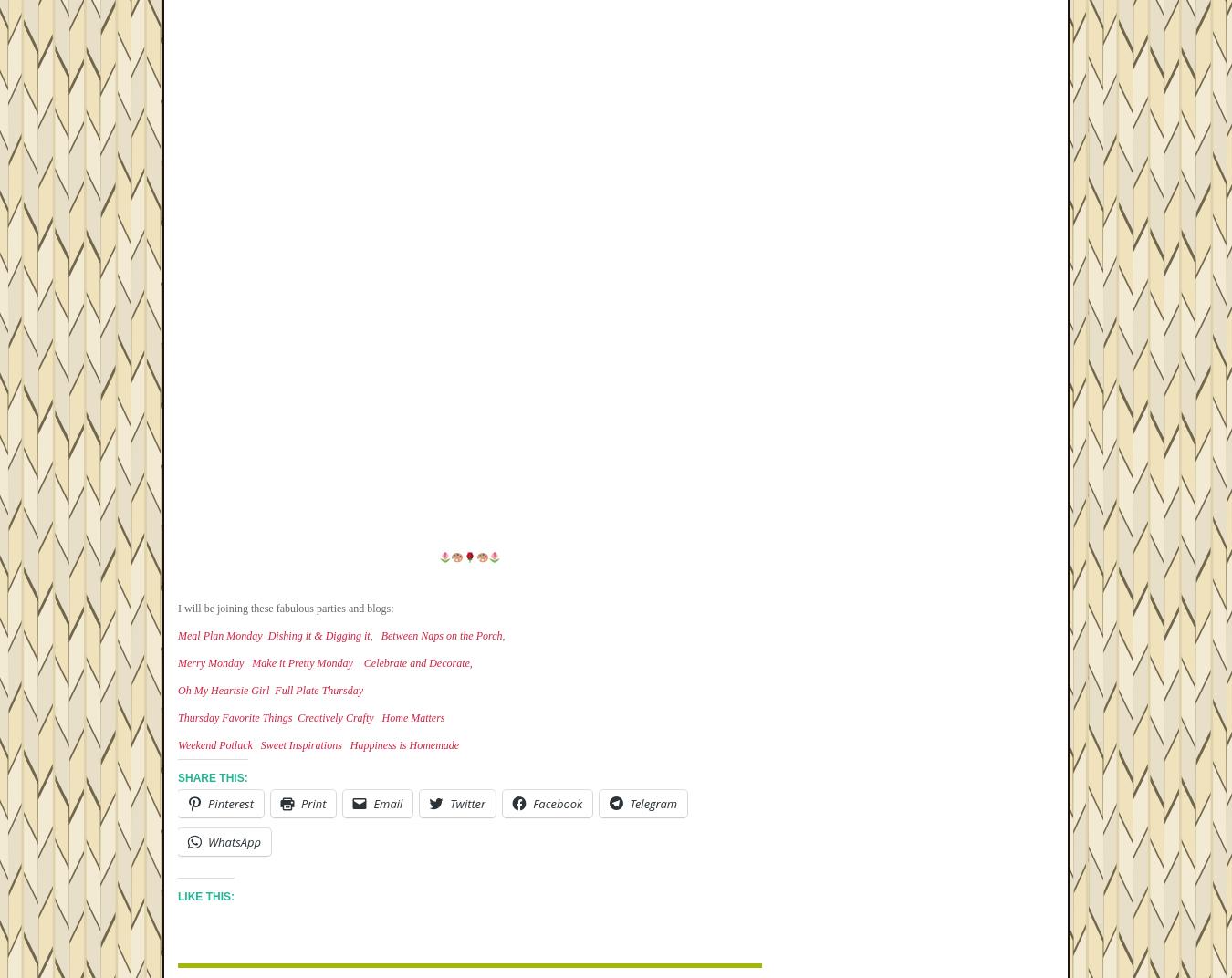  Describe the element at coordinates (218, 635) in the screenshot. I see `'Meal Plan Monday'` at that location.